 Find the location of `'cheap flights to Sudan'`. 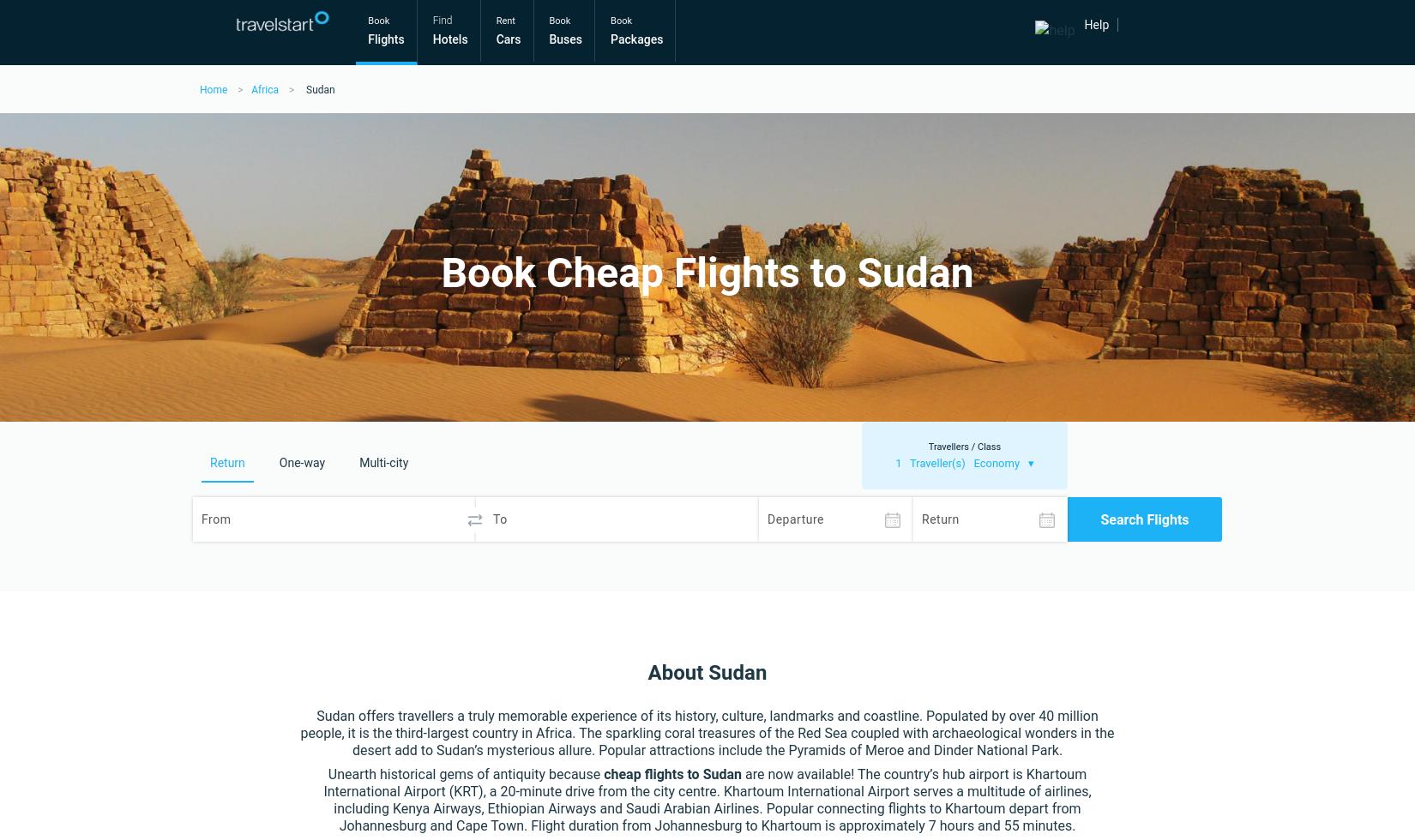

'cheap flights to Sudan' is located at coordinates (671, 774).